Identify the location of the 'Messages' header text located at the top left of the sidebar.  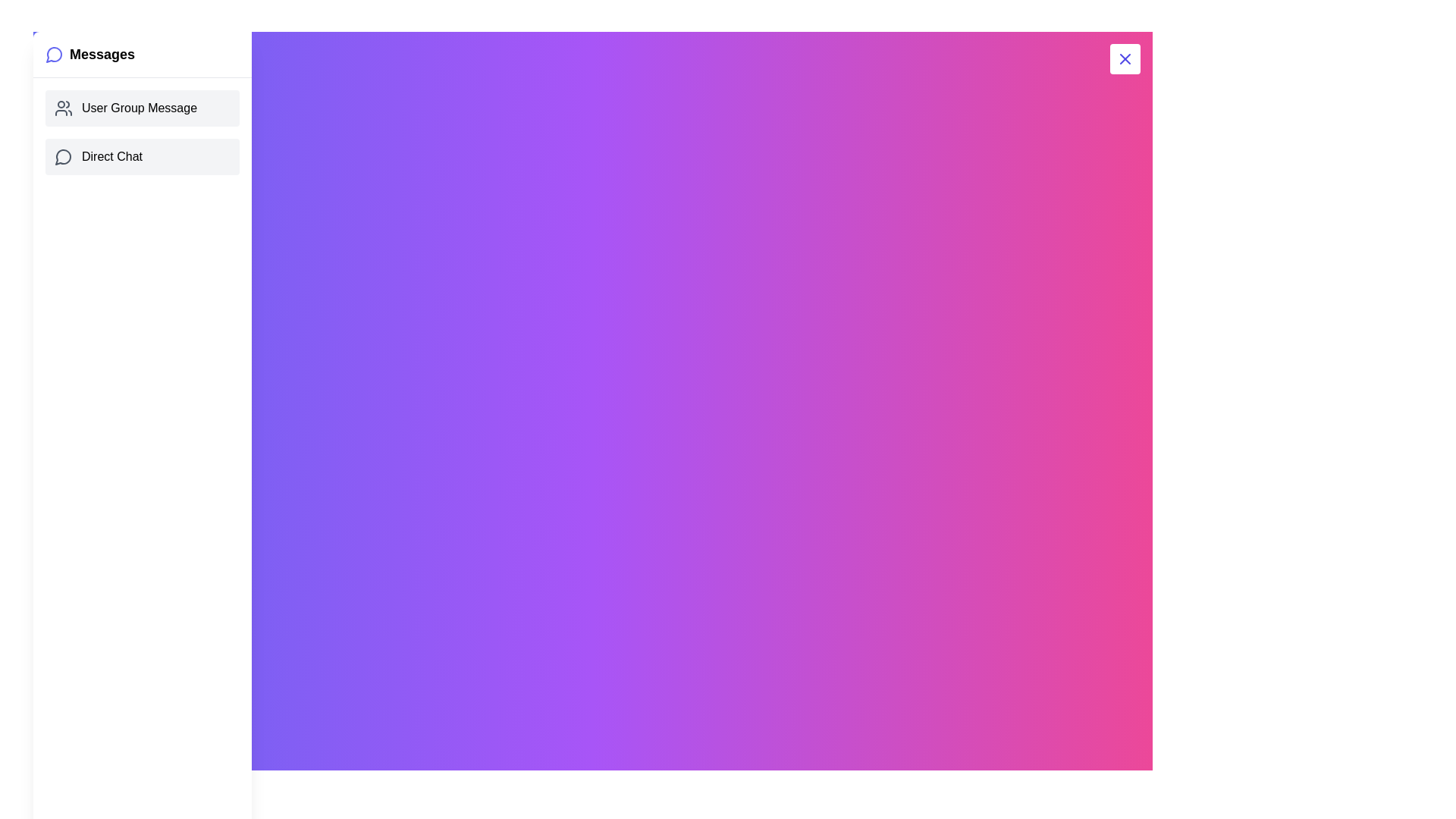
(101, 54).